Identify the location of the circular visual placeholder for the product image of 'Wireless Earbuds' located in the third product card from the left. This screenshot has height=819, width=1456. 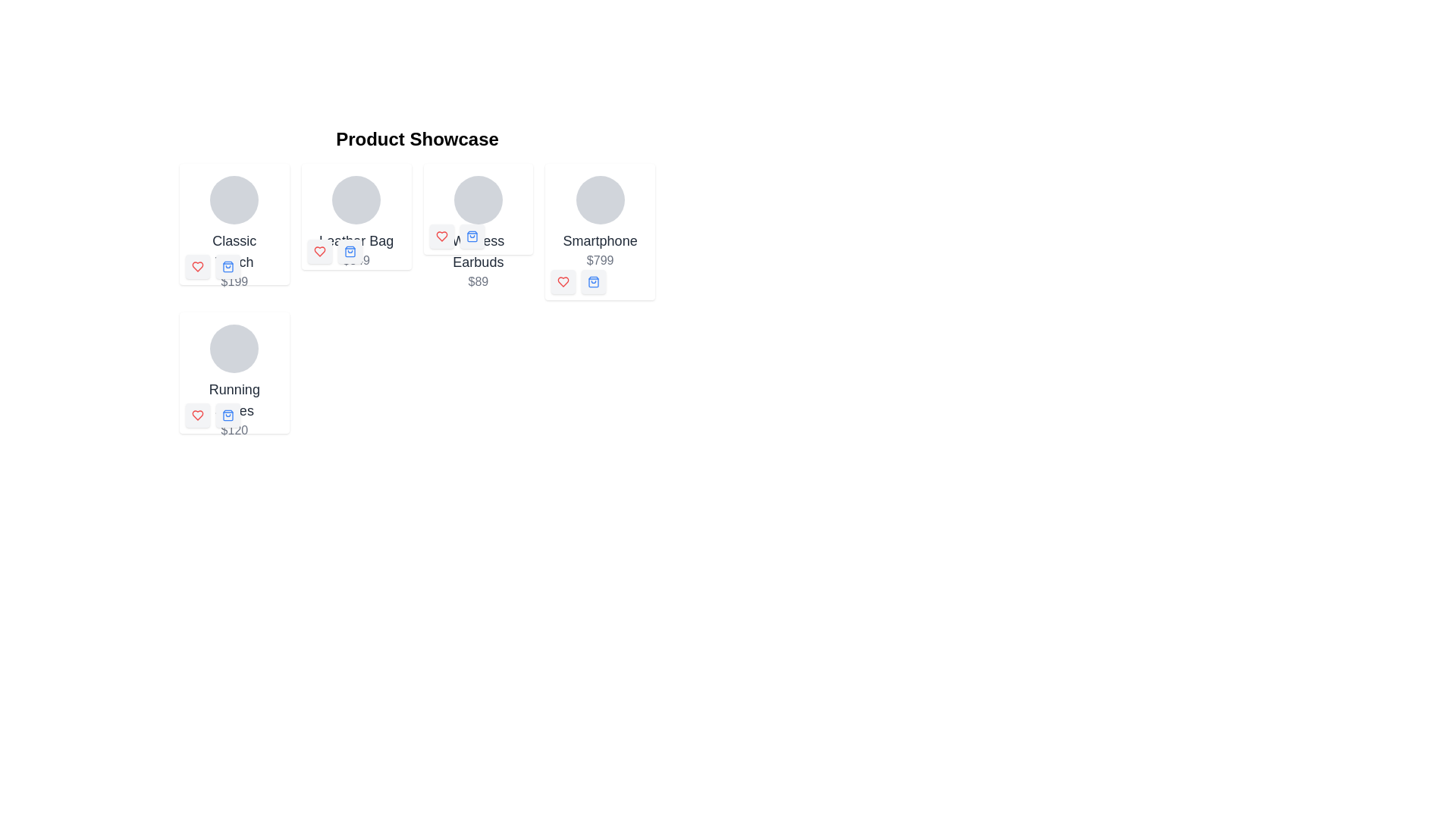
(477, 199).